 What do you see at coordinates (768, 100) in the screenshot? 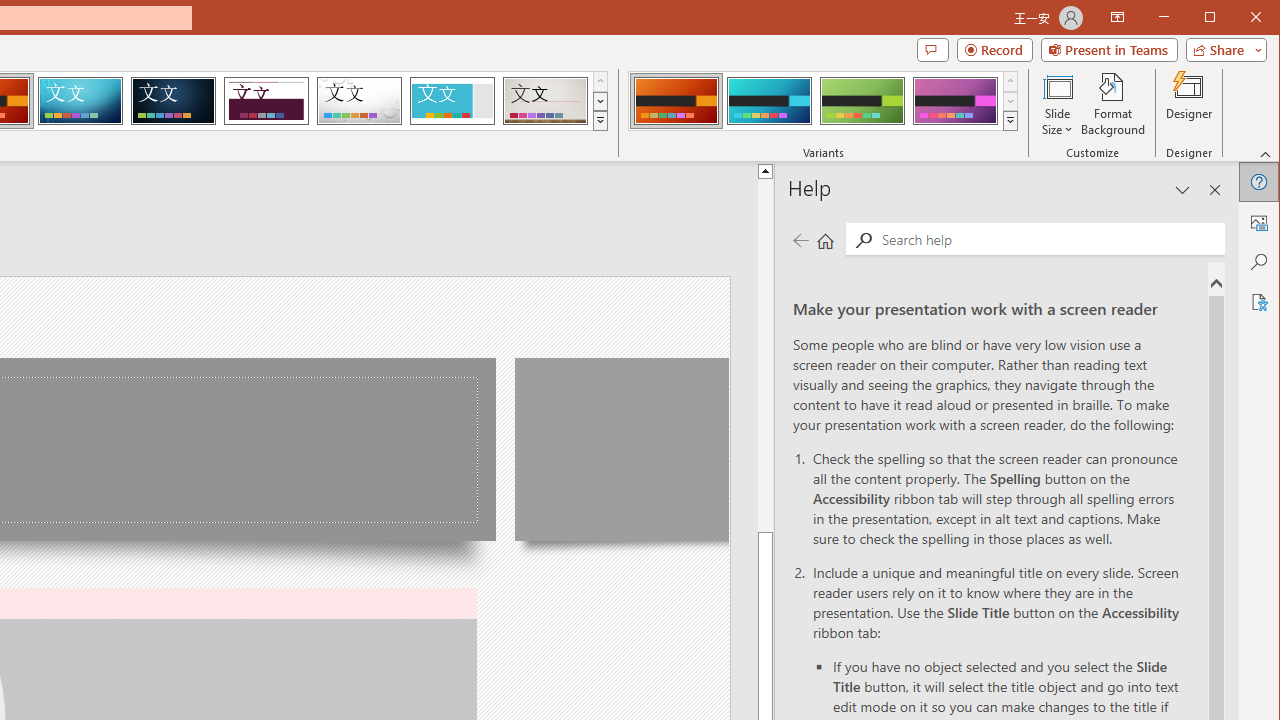
I see `'Berlin Variant 2'` at bounding box center [768, 100].